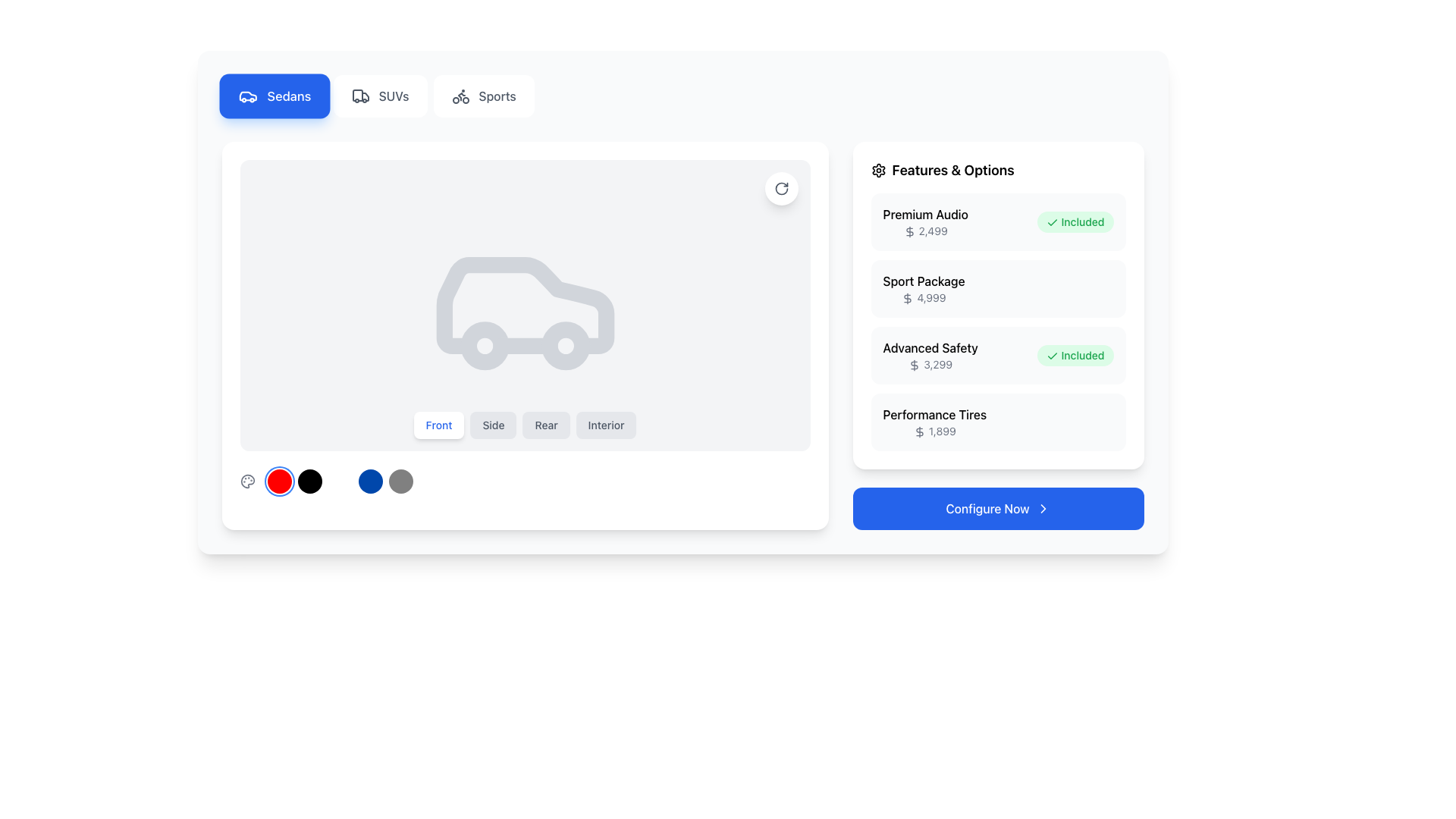 Image resolution: width=1456 pixels, height=819 pixels. Describe the element at coordinates (908, 299) in the screenshot. I see `the currency icon located in the 'Sport Package' section under 'Features & Options', which prefixes the price '4,999'` at that location.